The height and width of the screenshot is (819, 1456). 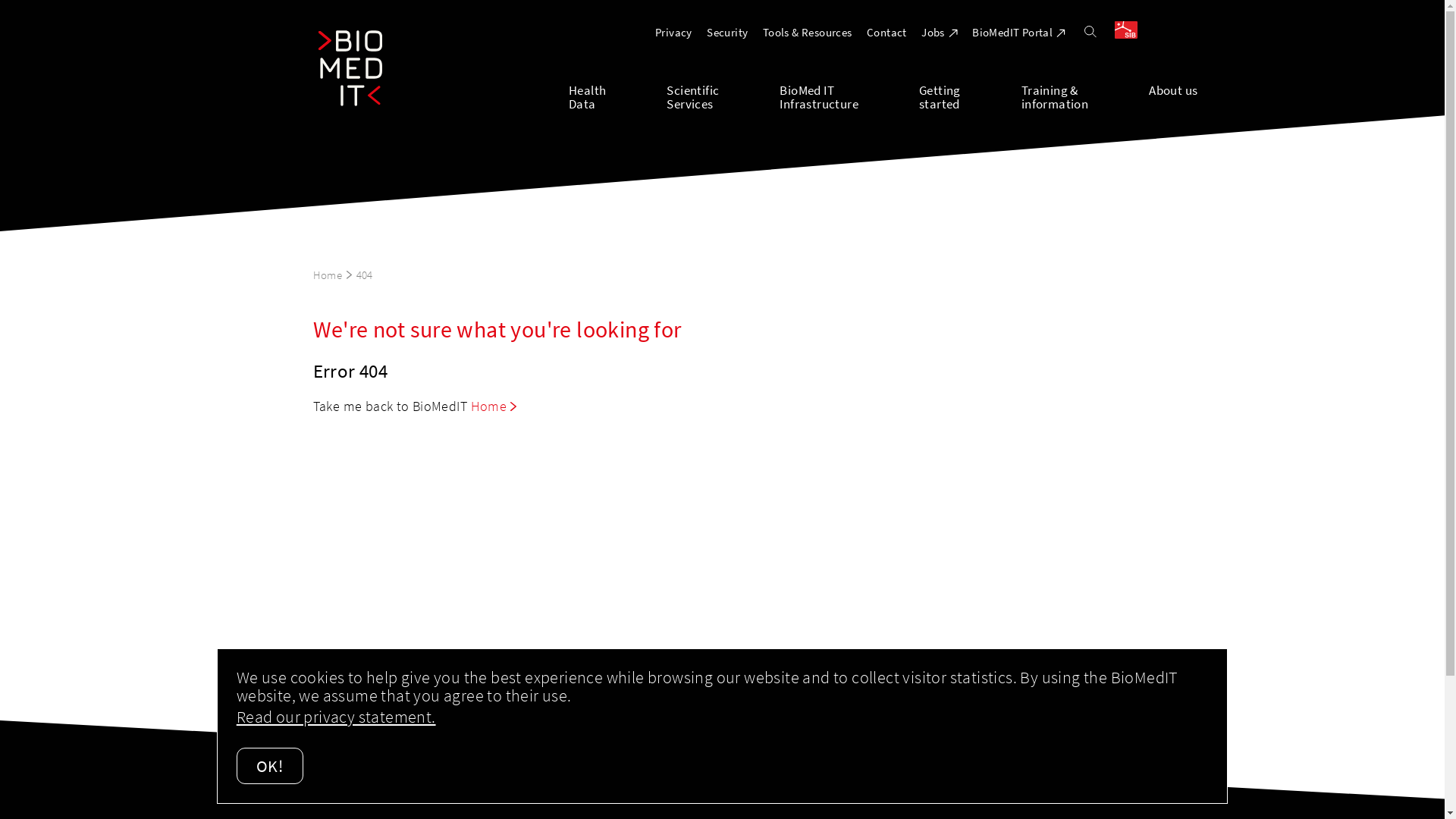 I want to click on 'Scientific Services', so click(x=722, y=96).